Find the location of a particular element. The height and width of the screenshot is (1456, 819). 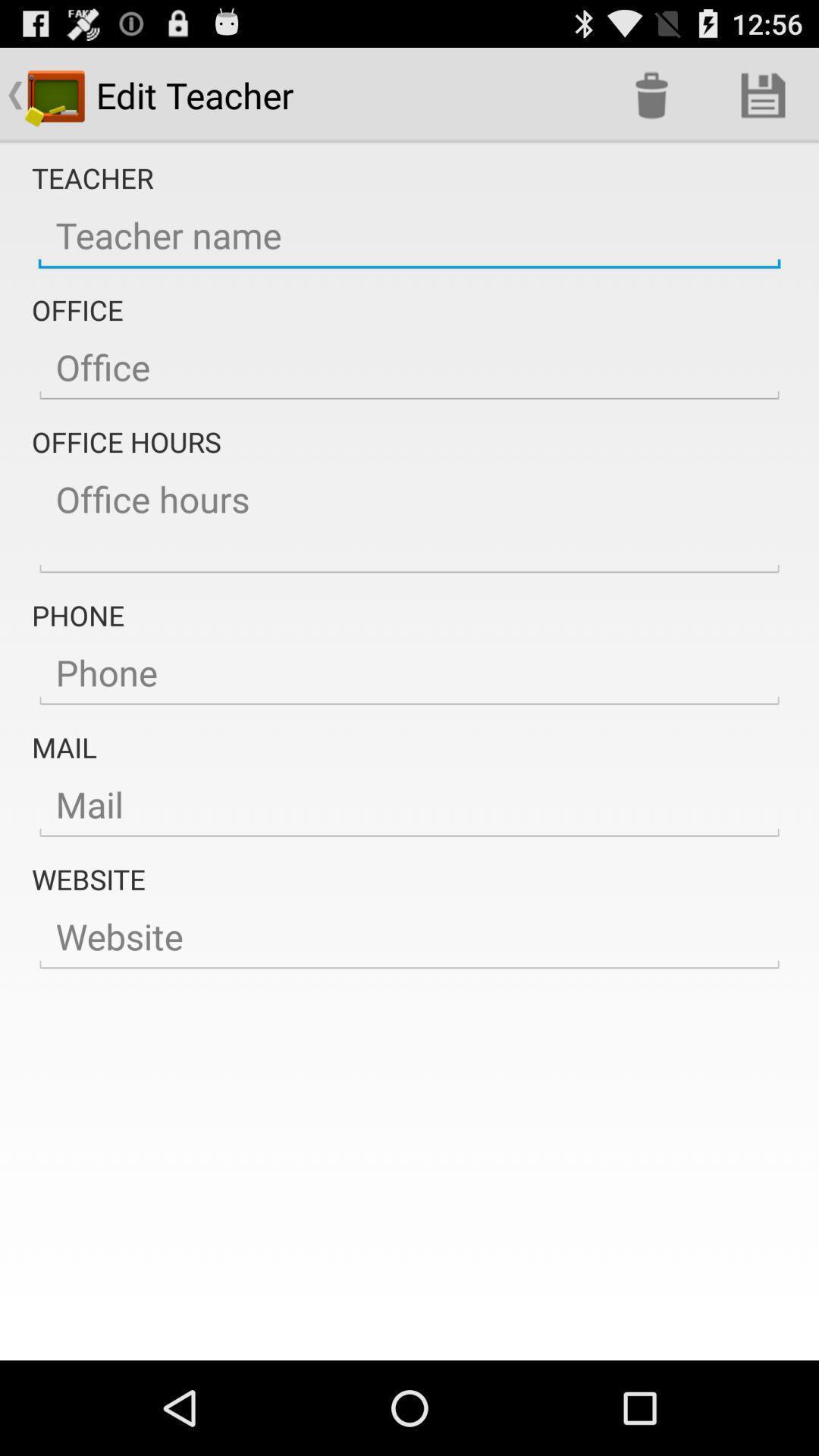

the text field which is below mail on the page is located at coordinates (409, 804).